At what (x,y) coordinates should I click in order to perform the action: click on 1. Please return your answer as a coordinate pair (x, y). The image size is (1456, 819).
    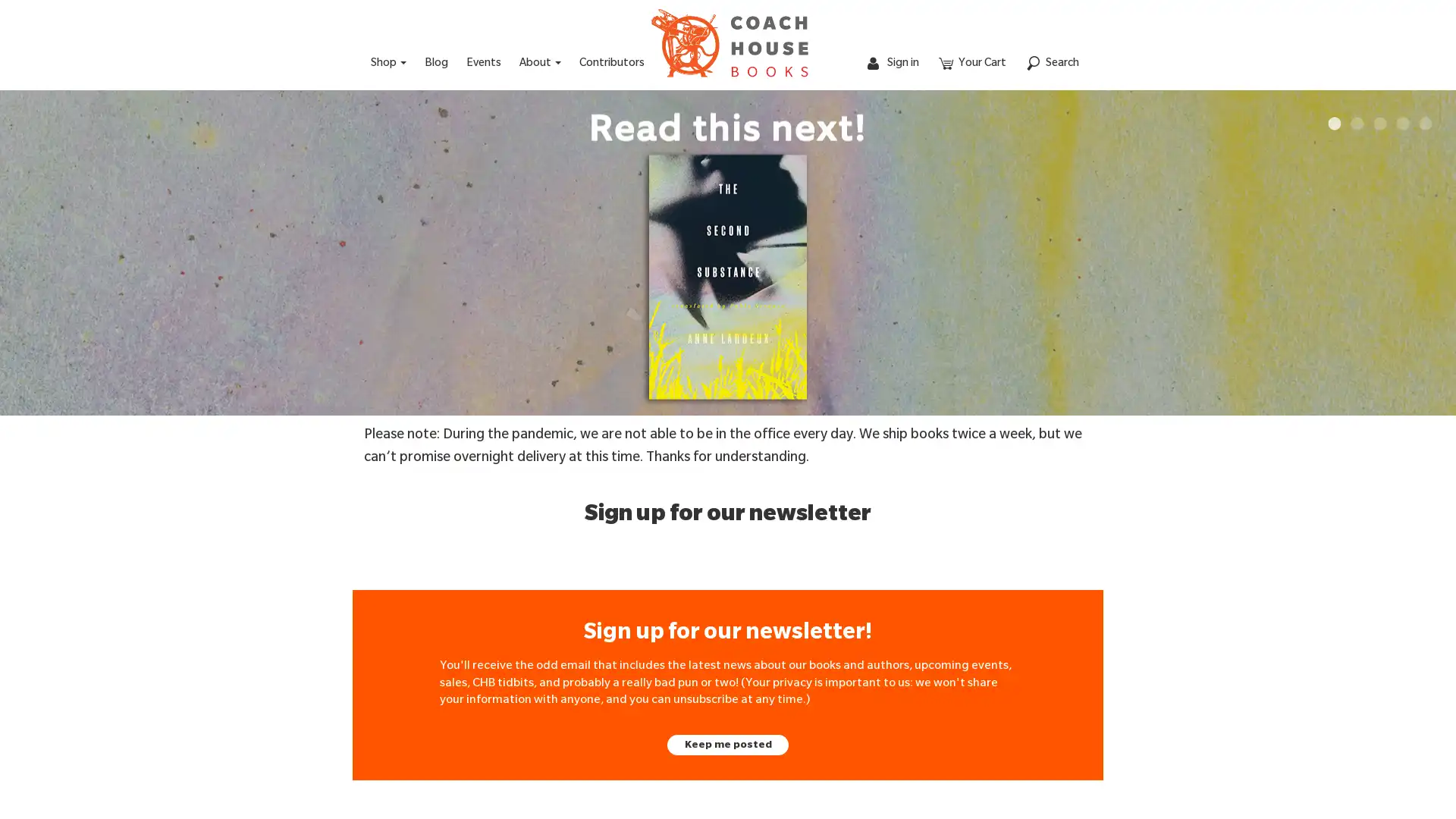
    Looking at the image, I should click on (1335, 124).